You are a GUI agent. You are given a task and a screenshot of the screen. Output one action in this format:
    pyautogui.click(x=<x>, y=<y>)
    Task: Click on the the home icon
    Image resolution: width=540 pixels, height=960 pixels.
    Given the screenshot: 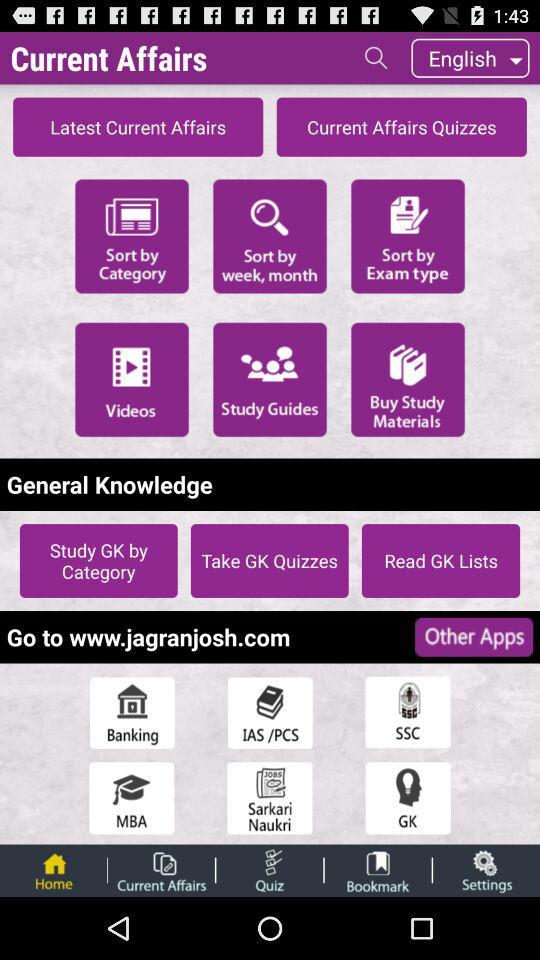 What is the action you would take?
    pyautogui.click(x=53, y=931)
    